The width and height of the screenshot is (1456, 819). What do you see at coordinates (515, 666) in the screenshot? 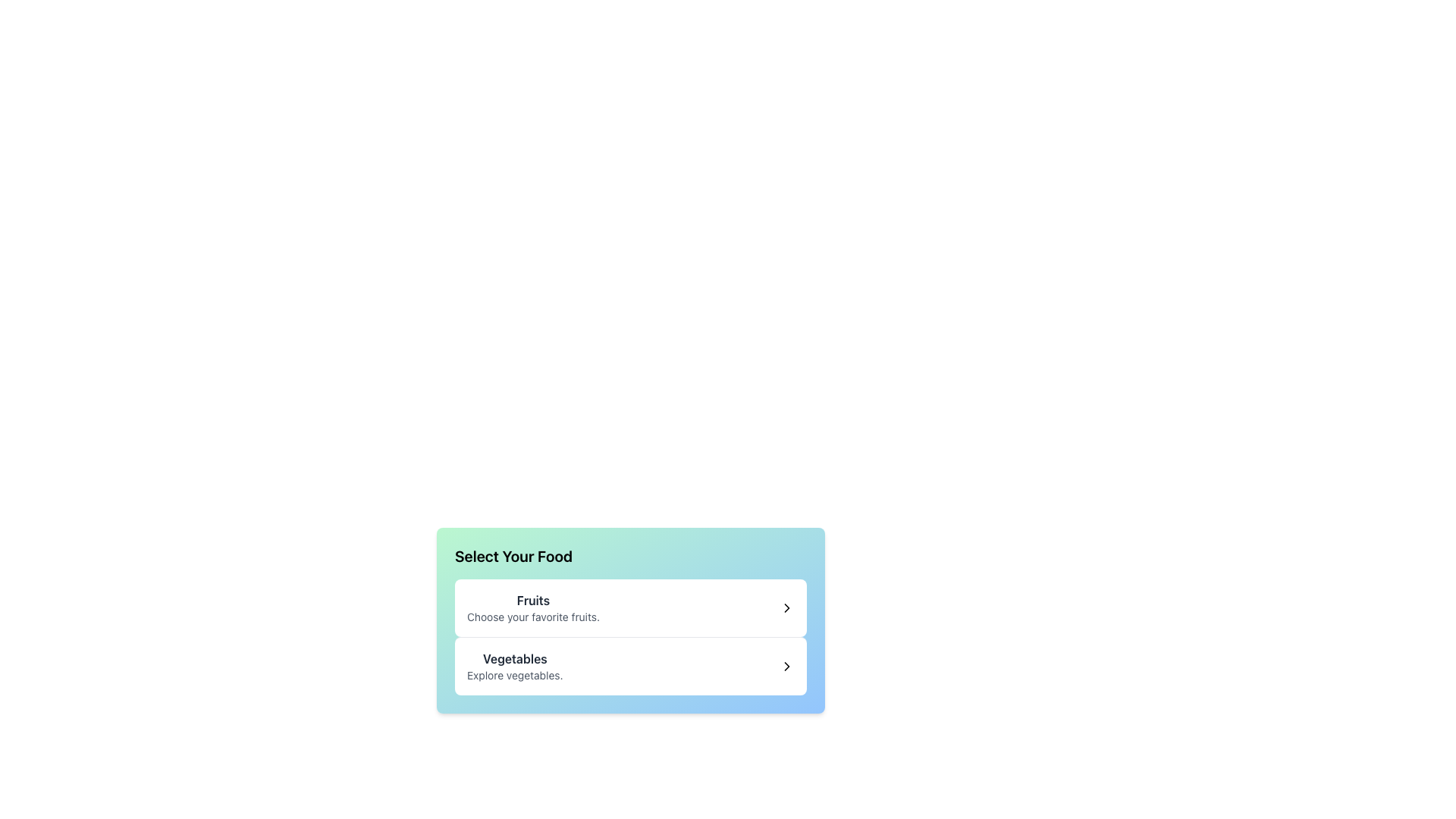
I see `the Text block containing bold text 'Vegetables' and lighter gray text 'Explore vegetables.' located in the second option group under 'Select Your Food.'` at bounding box center [515, 666].